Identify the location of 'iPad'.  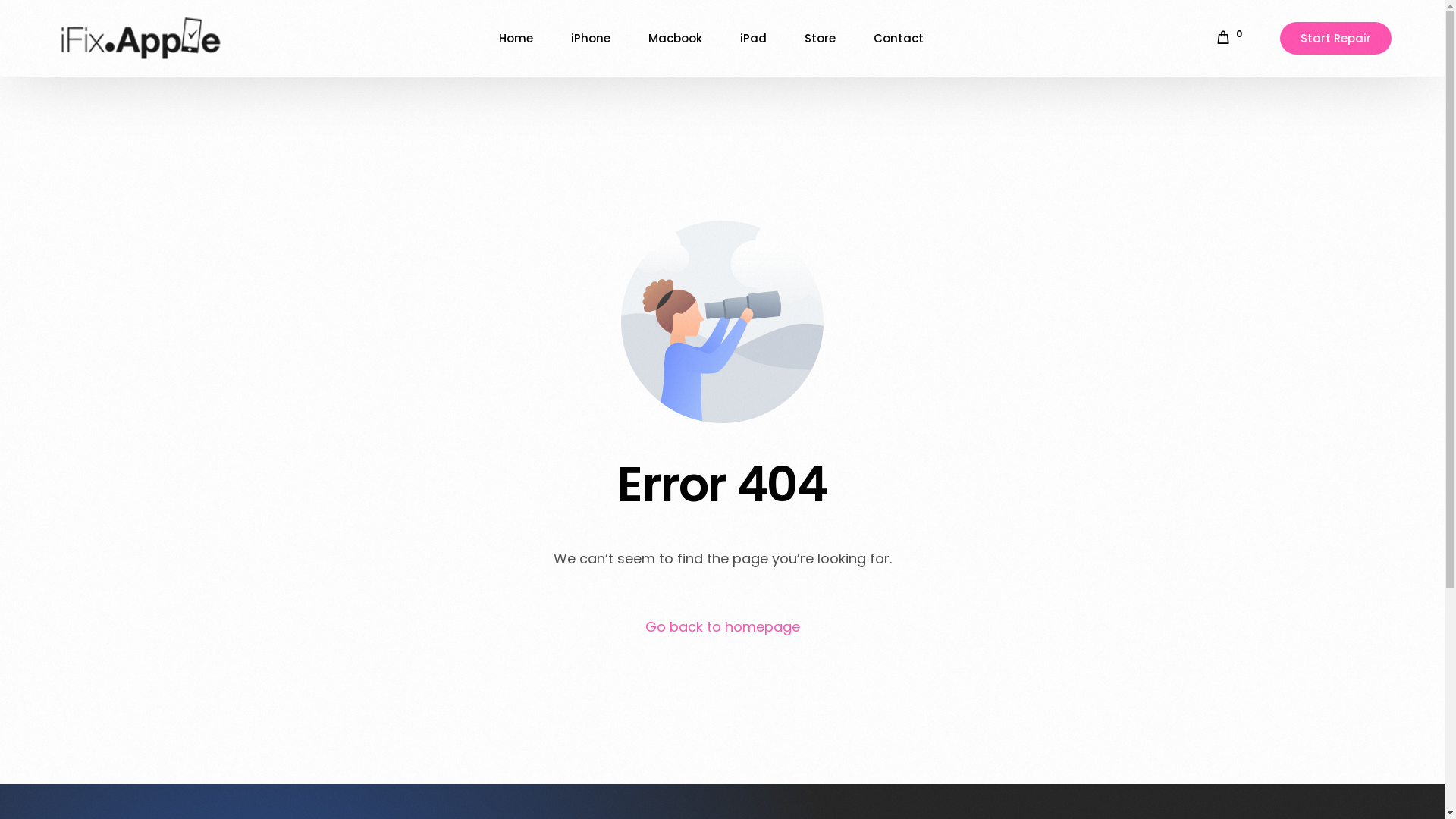
(753, 37).